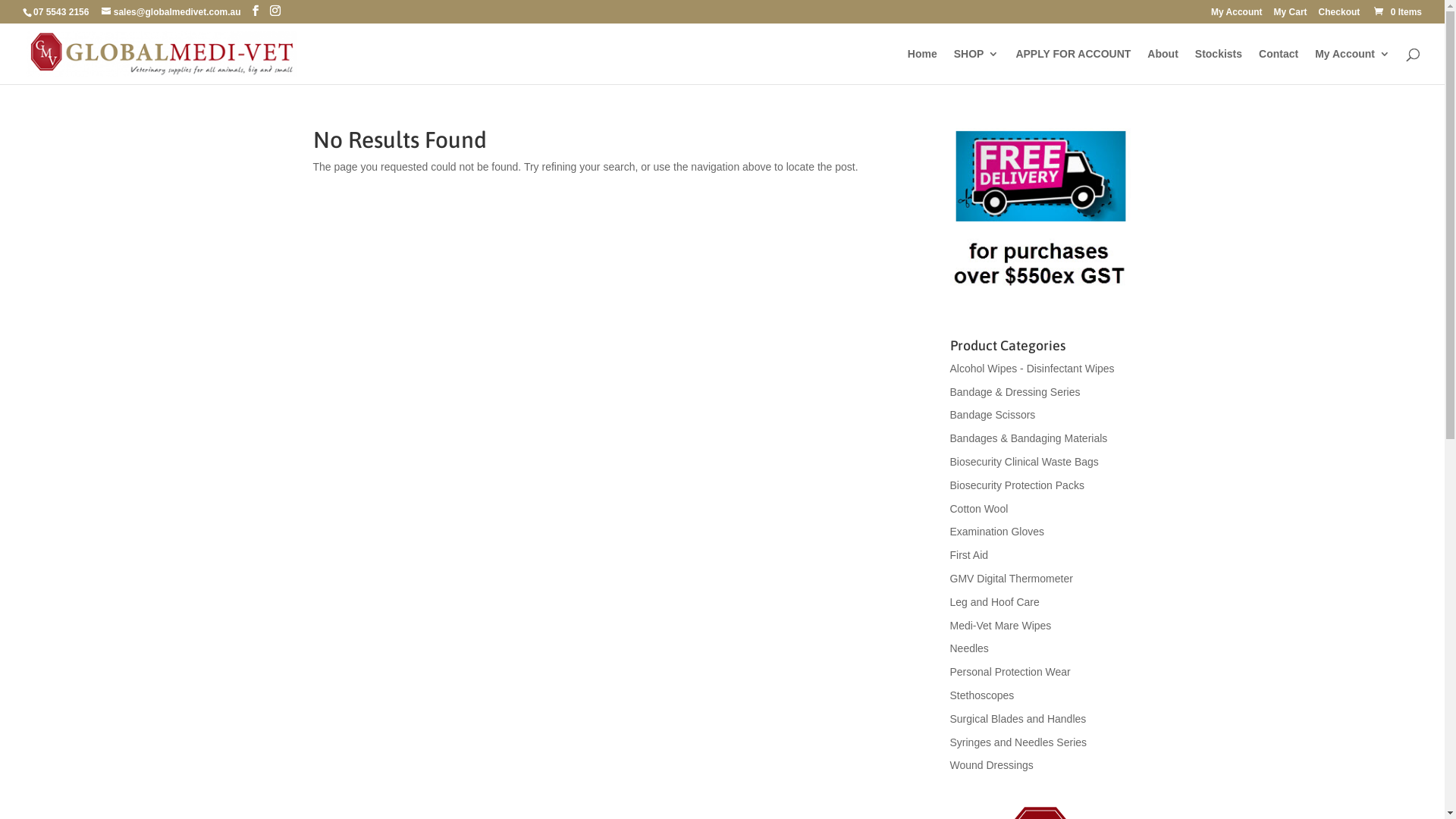 Image resolution: width=1456 pixels, height=819 pixels. Describe the element at coordinates (993, 601) in the screenshot. I see `'Leg and Hoof Care'` at that location.